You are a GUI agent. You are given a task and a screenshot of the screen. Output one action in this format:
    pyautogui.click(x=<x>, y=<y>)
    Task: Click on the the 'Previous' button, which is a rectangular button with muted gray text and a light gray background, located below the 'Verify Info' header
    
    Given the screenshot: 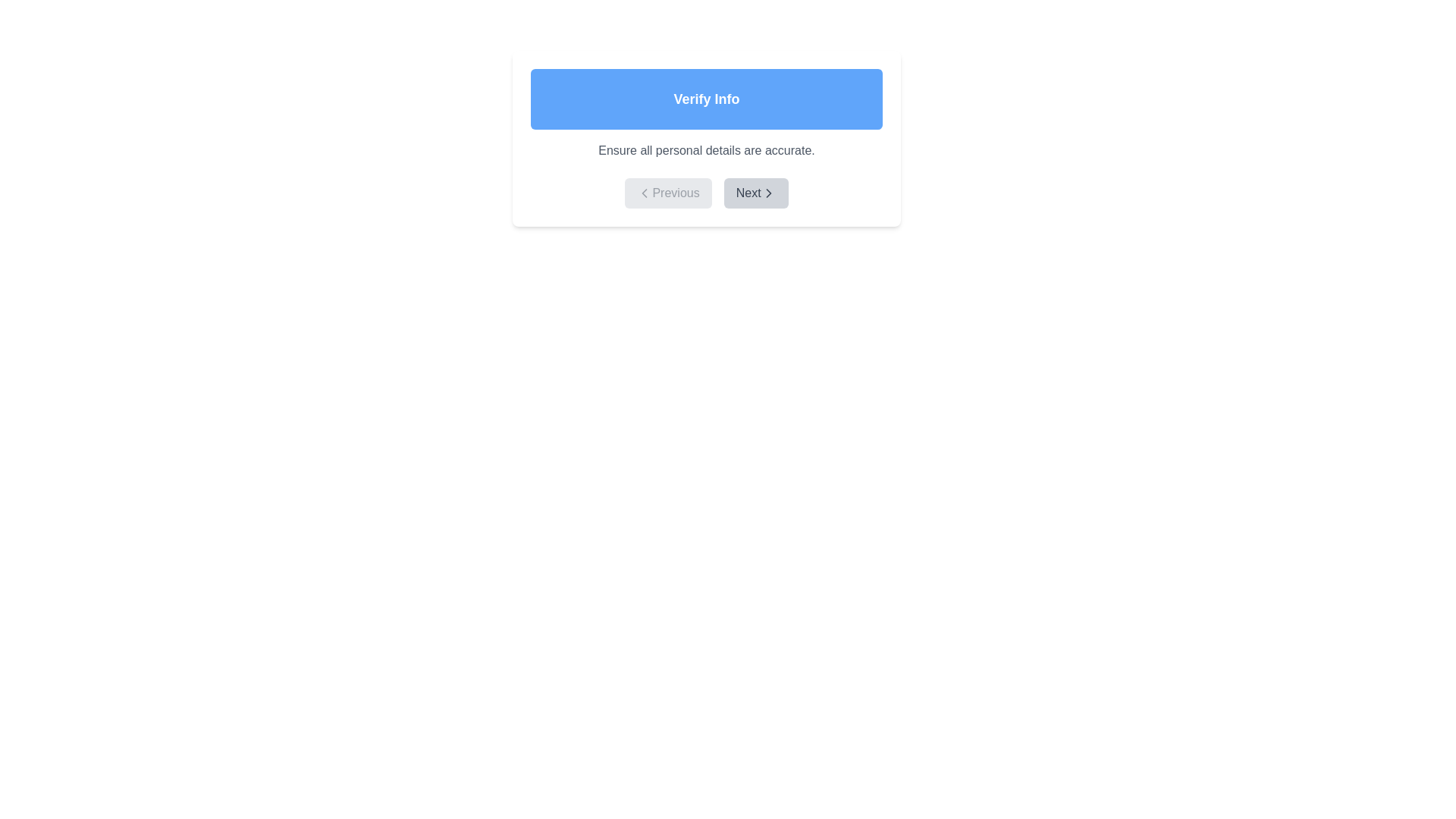 What is the action you would take?
    pyautogui.click(x=667, y=192)
    